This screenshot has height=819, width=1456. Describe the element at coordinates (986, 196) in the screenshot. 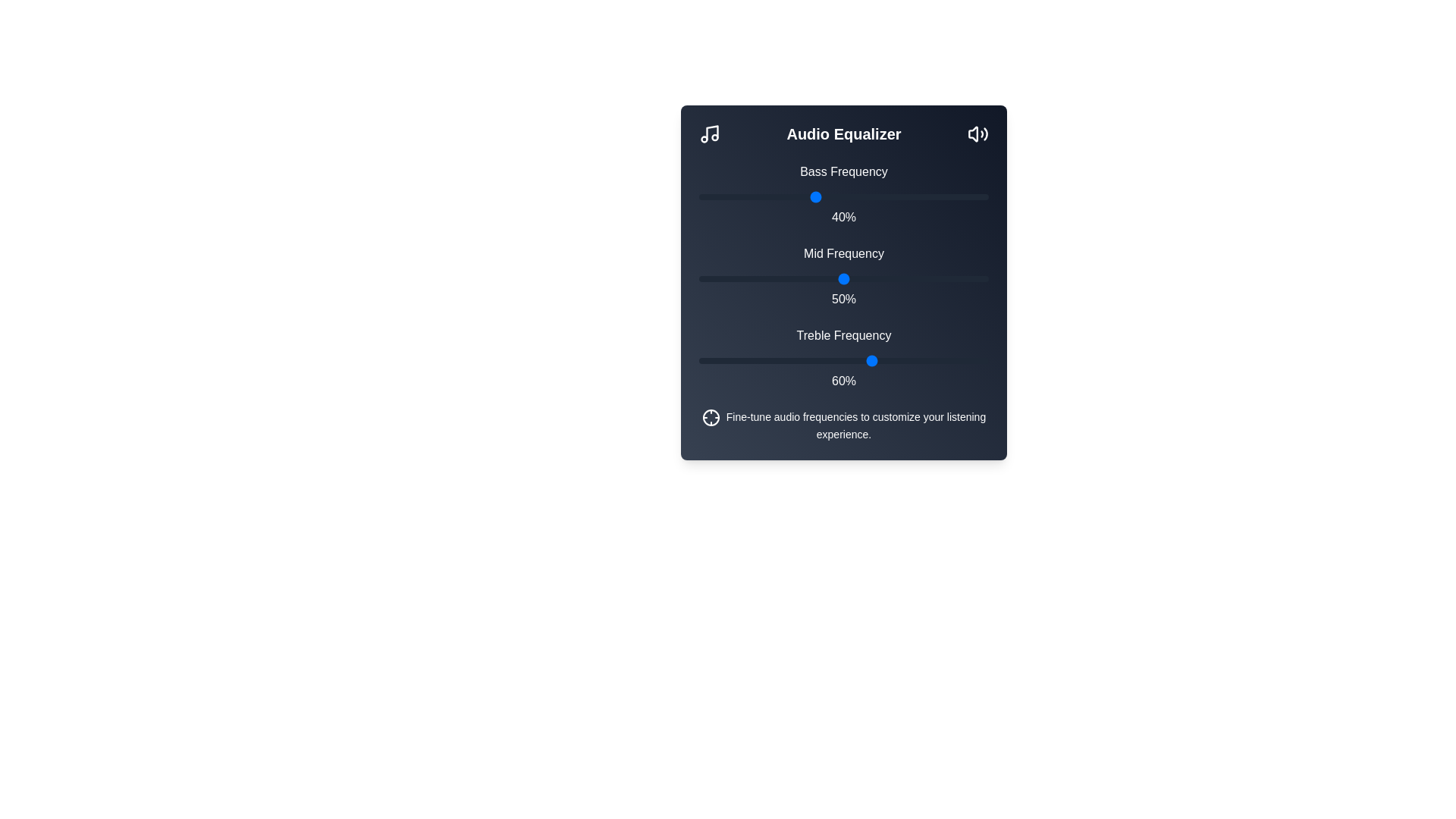

I see `the 0 slider to 99%` at that location.